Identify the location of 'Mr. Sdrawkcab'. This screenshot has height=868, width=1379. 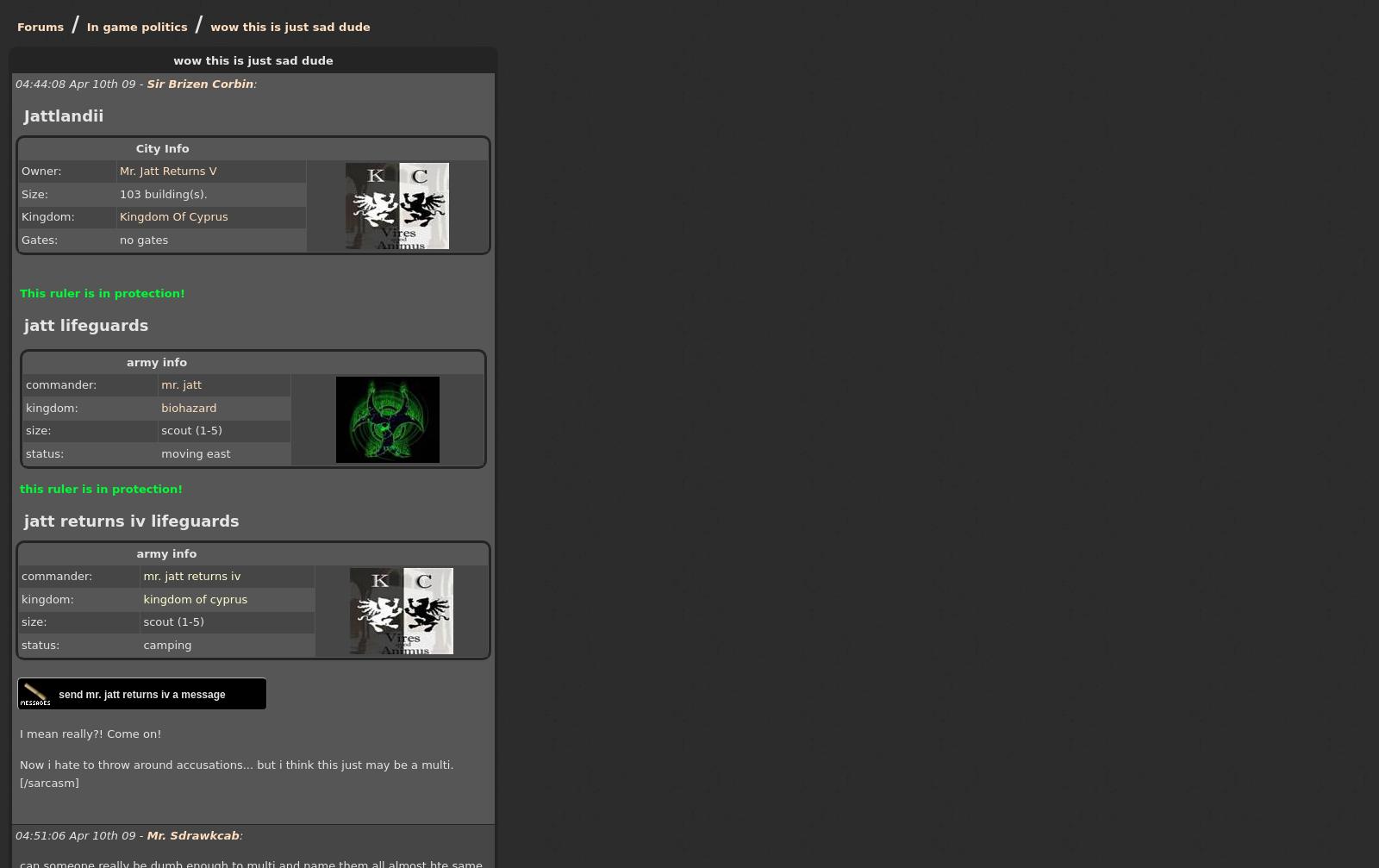
(192, 834).